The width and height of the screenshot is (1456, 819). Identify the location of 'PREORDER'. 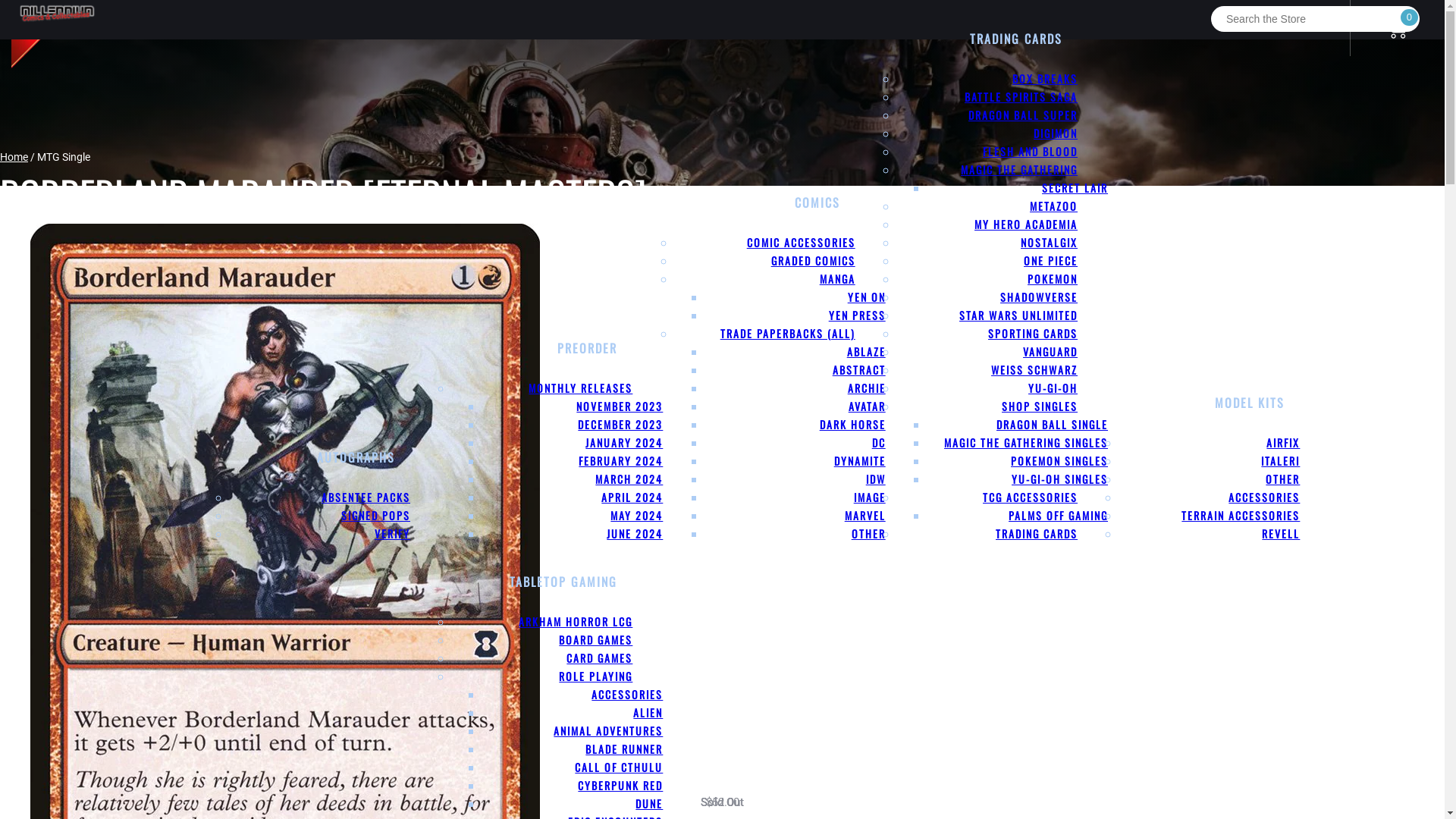
(588, 348).